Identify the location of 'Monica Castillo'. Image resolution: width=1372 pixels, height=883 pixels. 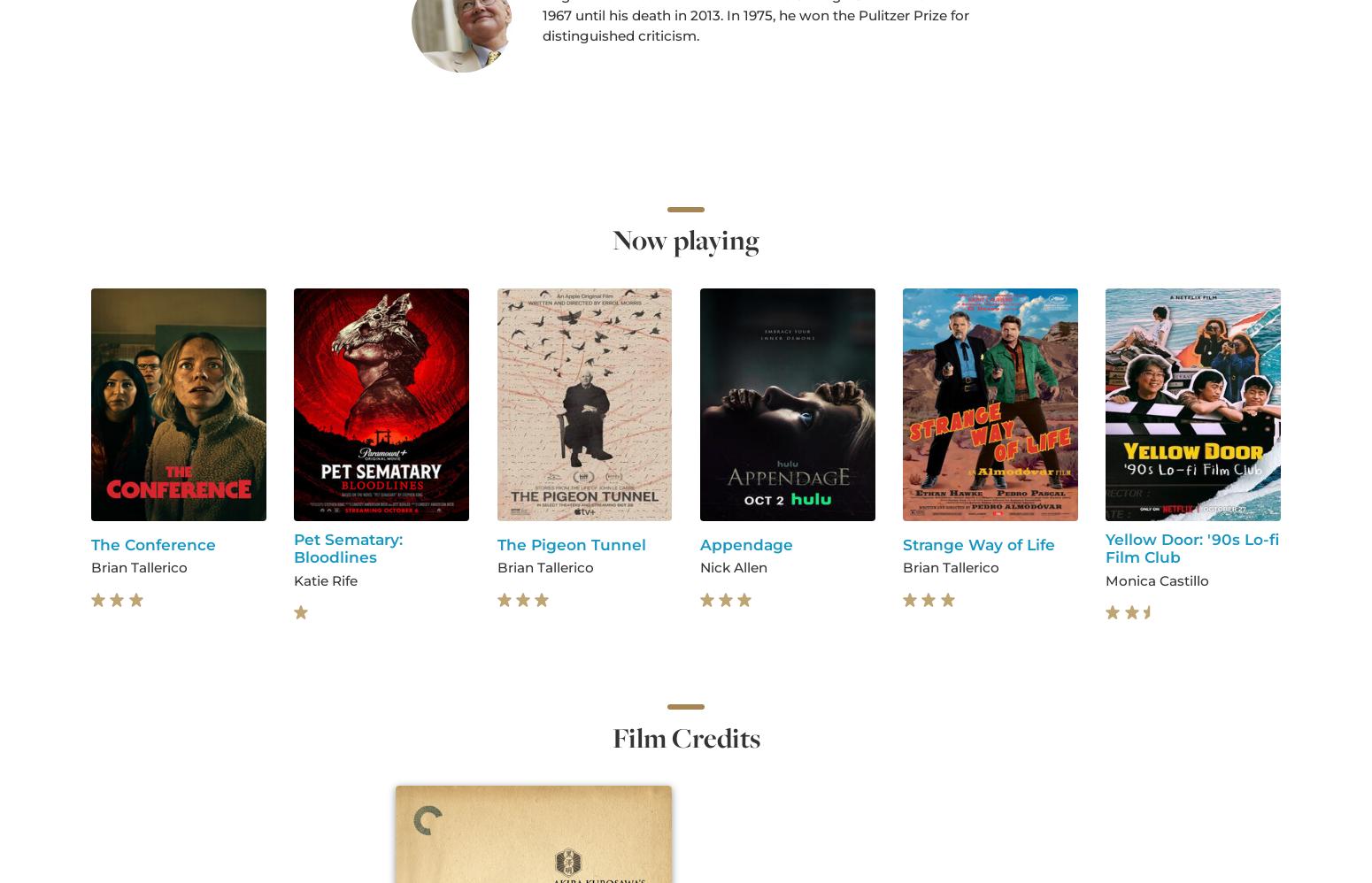
(1156, 579).